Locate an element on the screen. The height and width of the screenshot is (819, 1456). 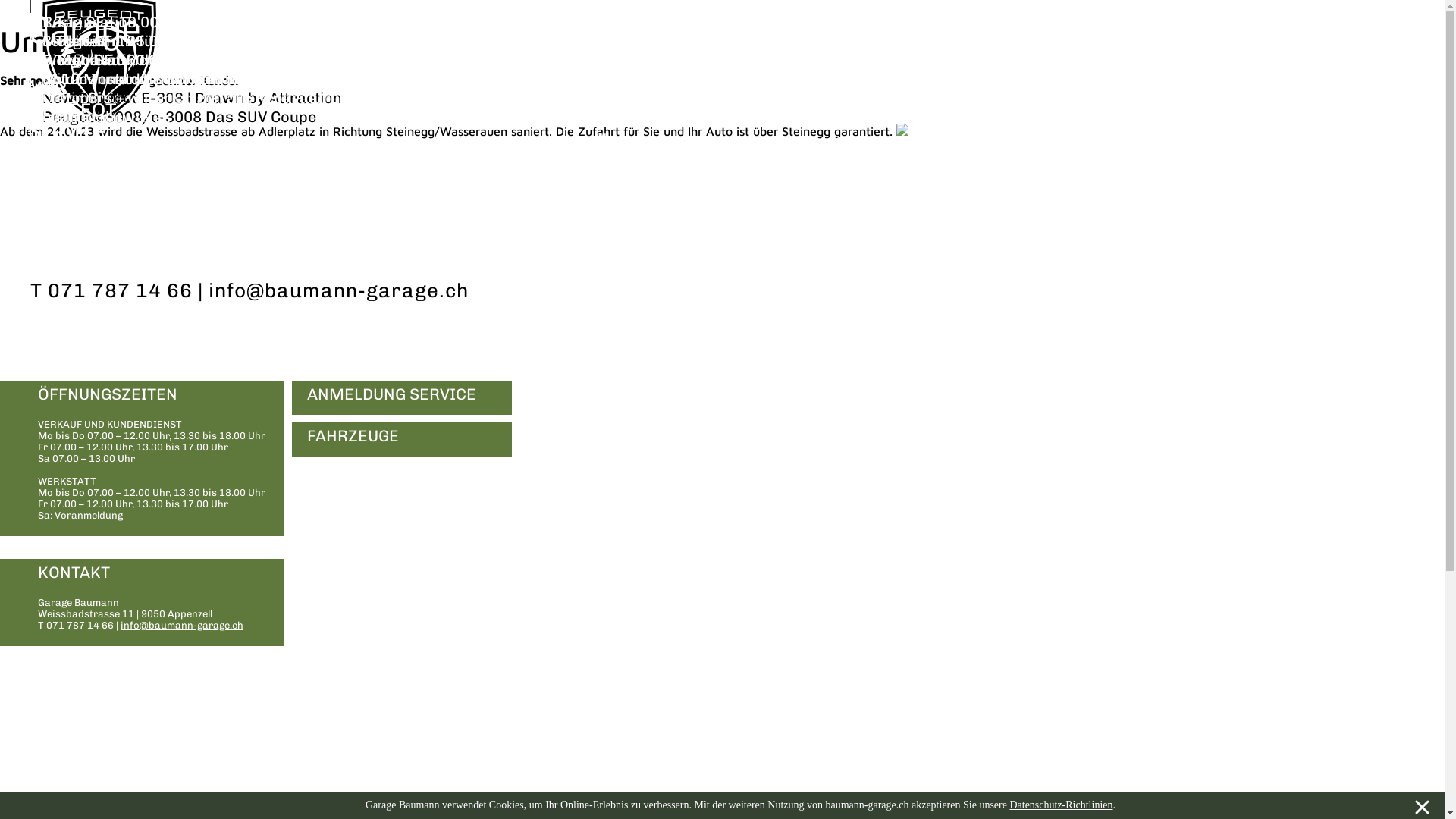
'Peugeot 3008/e-3008 Das SUV Coupe' is located at coordinates (179, 116).